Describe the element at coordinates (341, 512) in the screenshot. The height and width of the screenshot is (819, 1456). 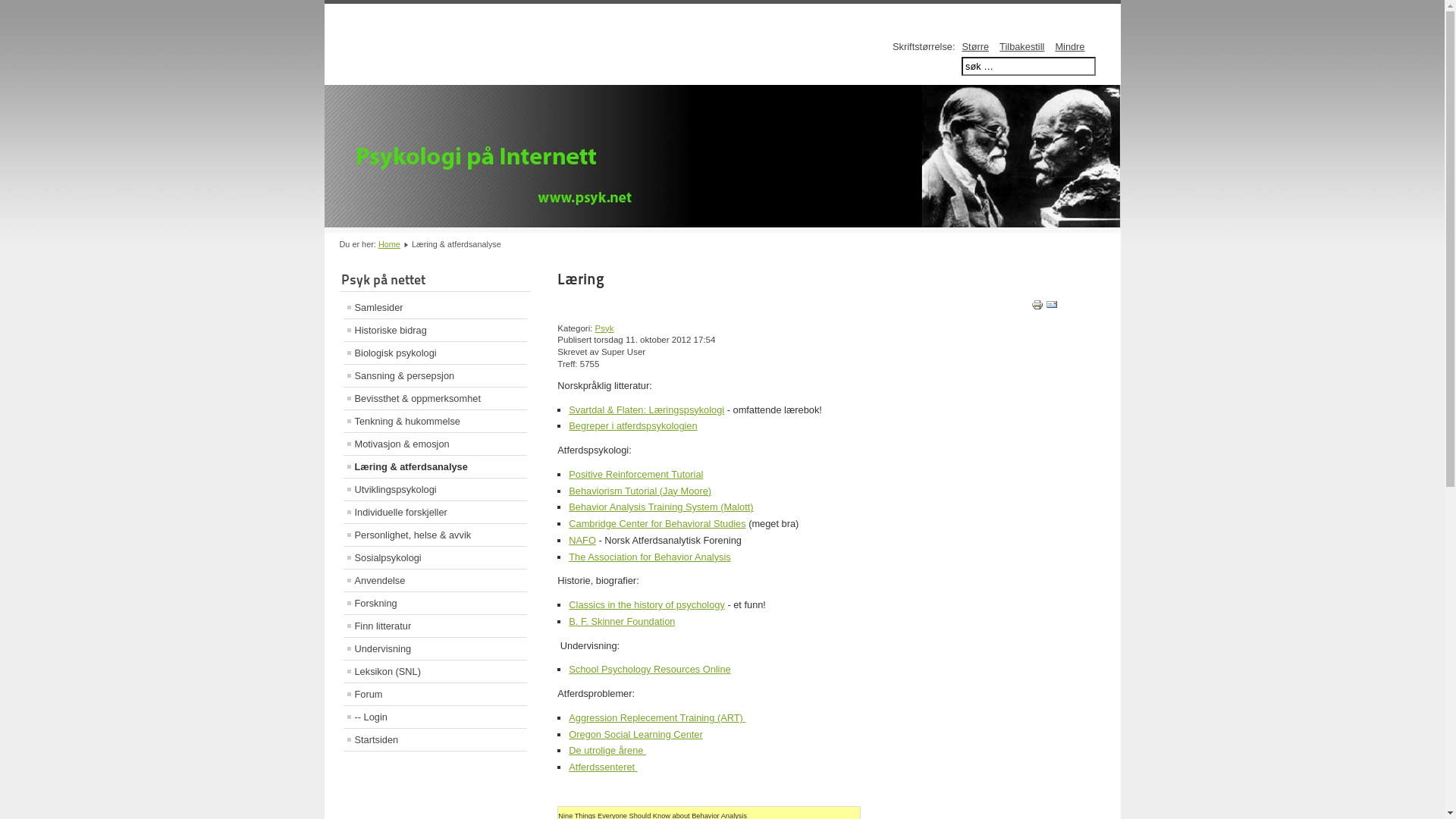
I see `'Individuelle forskjeller'` at that location.